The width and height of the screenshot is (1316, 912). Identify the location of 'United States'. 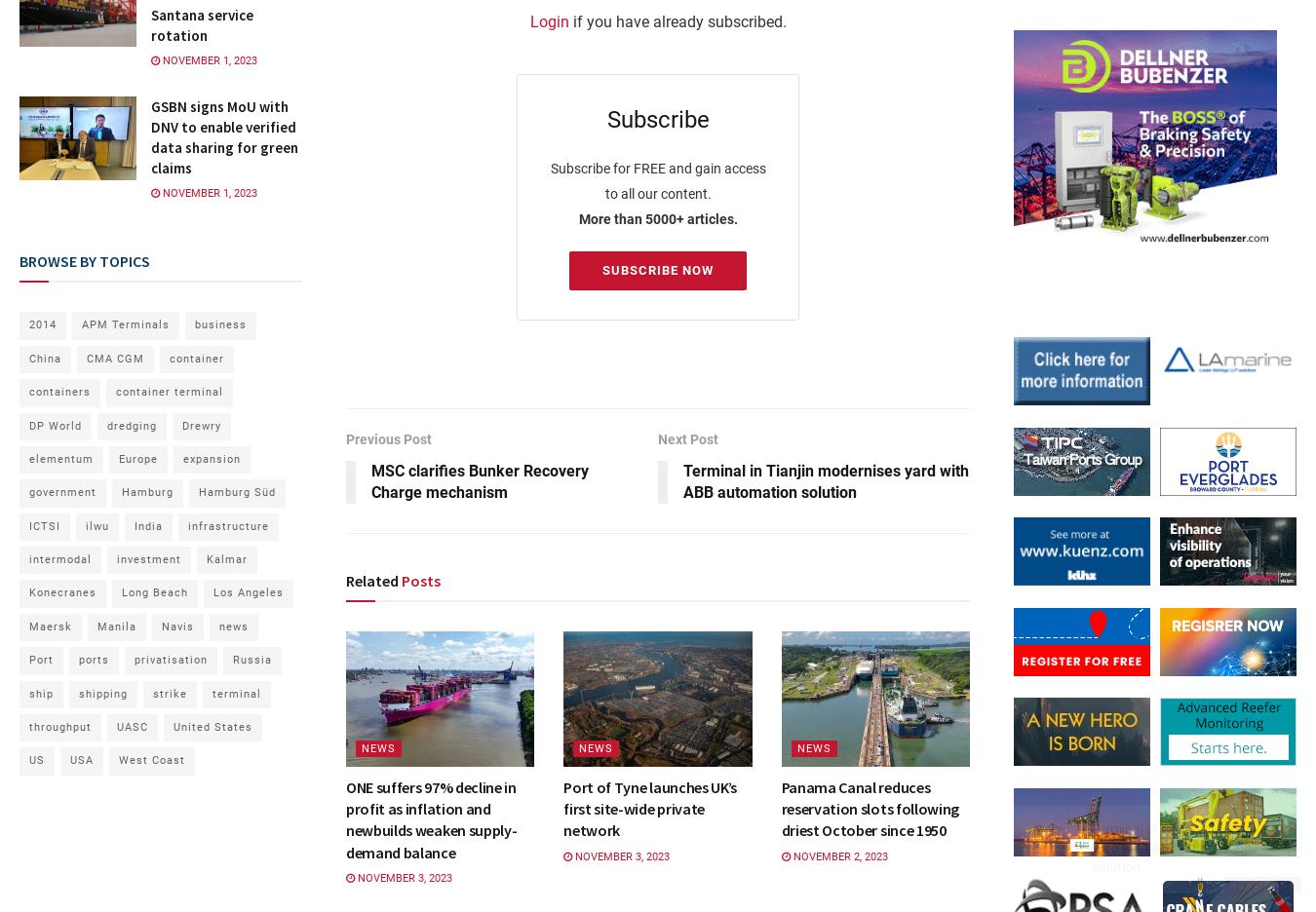
(213, 727).